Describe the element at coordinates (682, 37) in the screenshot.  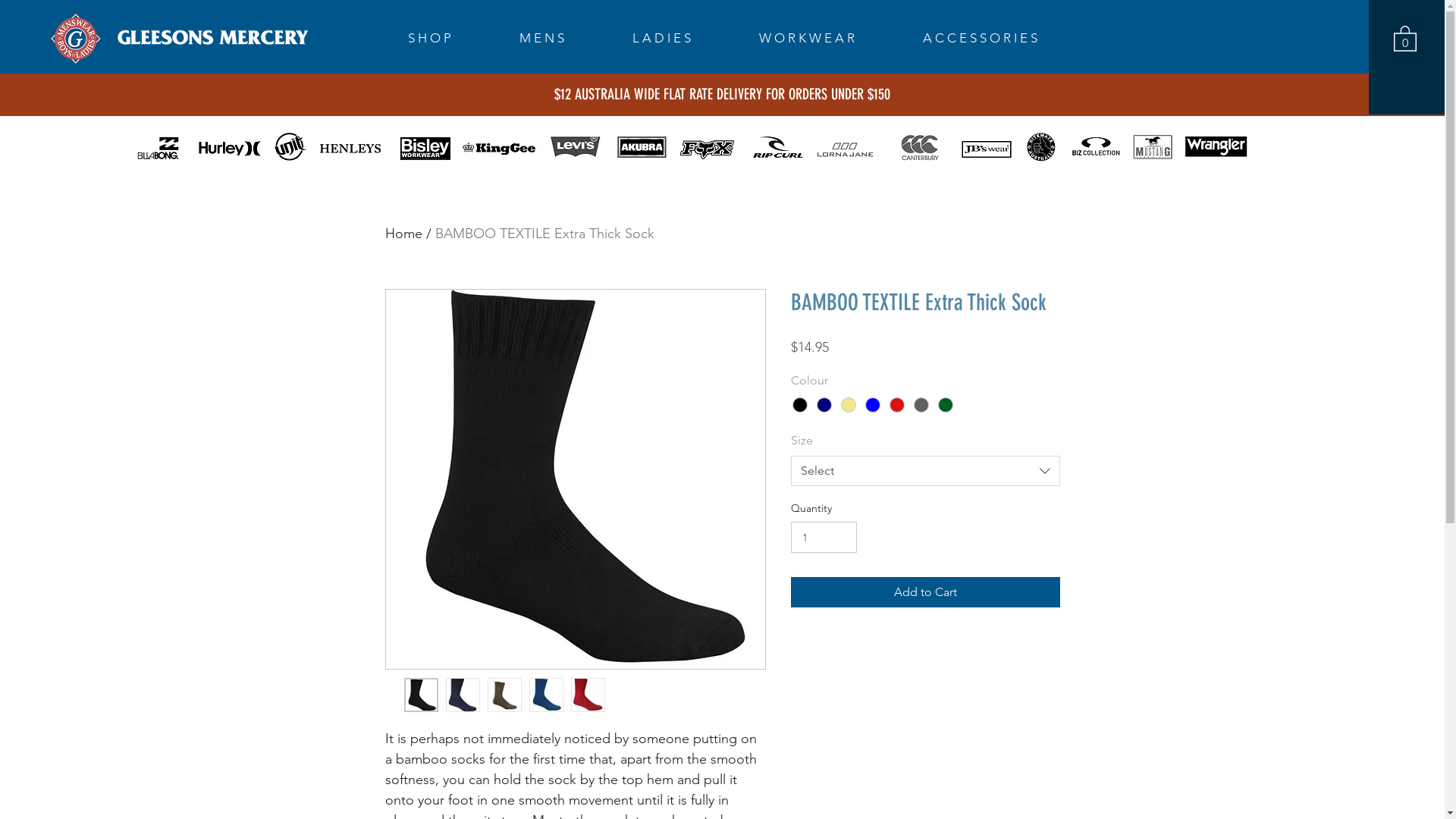
I see `'L A D I E S'` at that location.